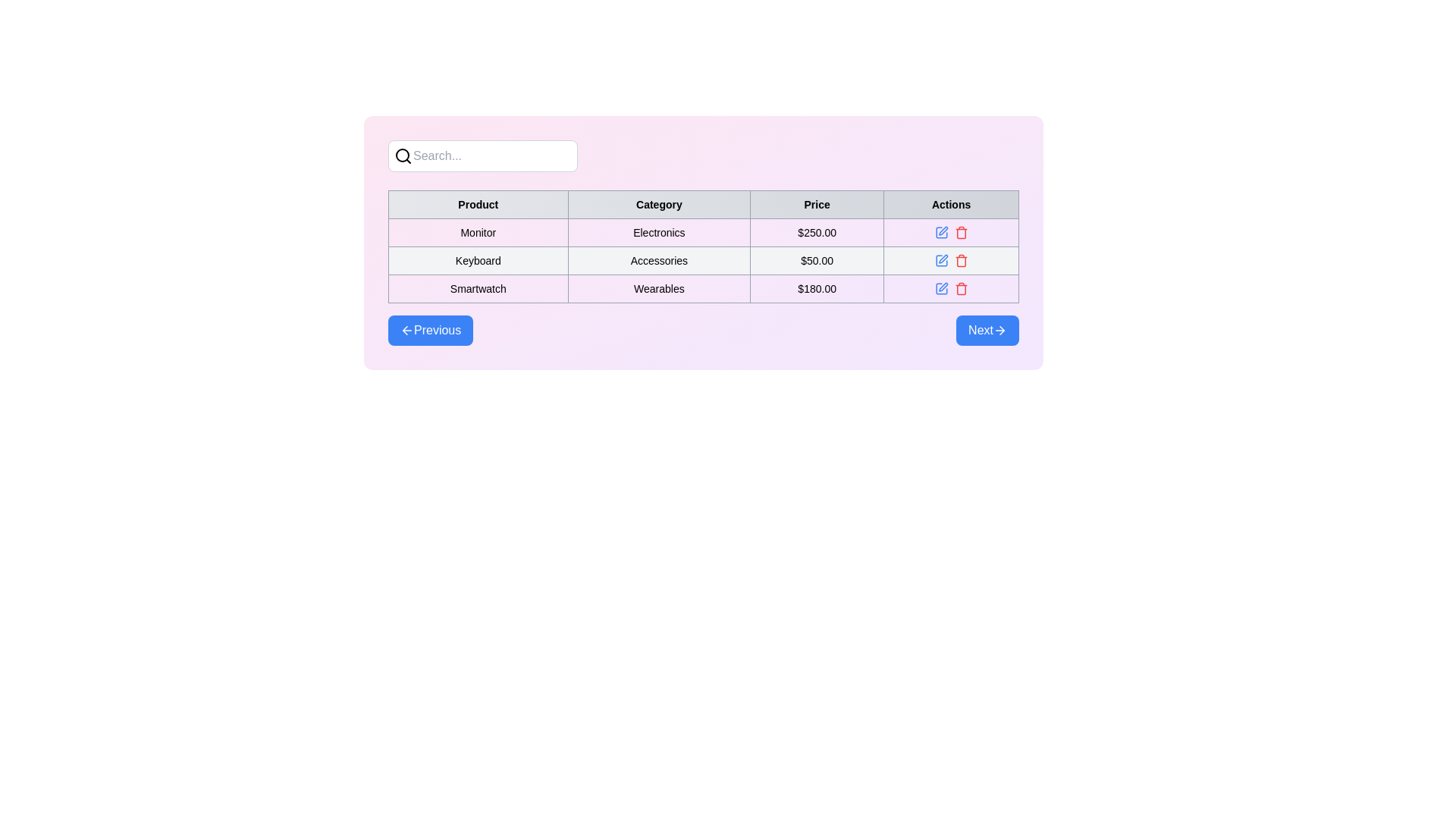 The height and width of the screenshot is (819, 1456). I want to click on the small right-pointing arrow icon in the SVG graphic that is part of a larger SVG group, located to the right of the 'Next' button label, so click(1002, 329).